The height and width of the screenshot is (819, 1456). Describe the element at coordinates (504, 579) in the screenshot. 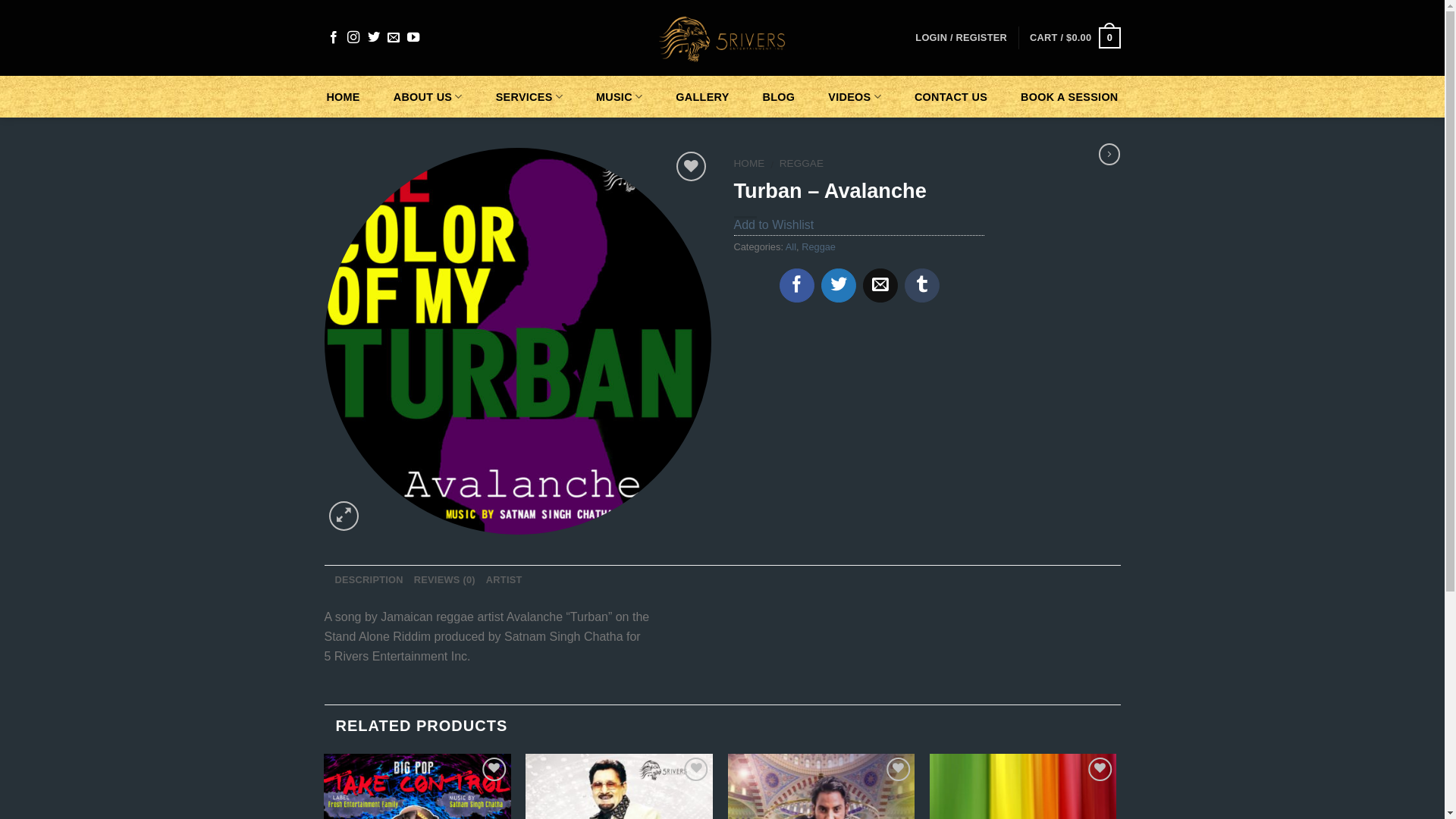

I see `'ARTIST'` at that location.